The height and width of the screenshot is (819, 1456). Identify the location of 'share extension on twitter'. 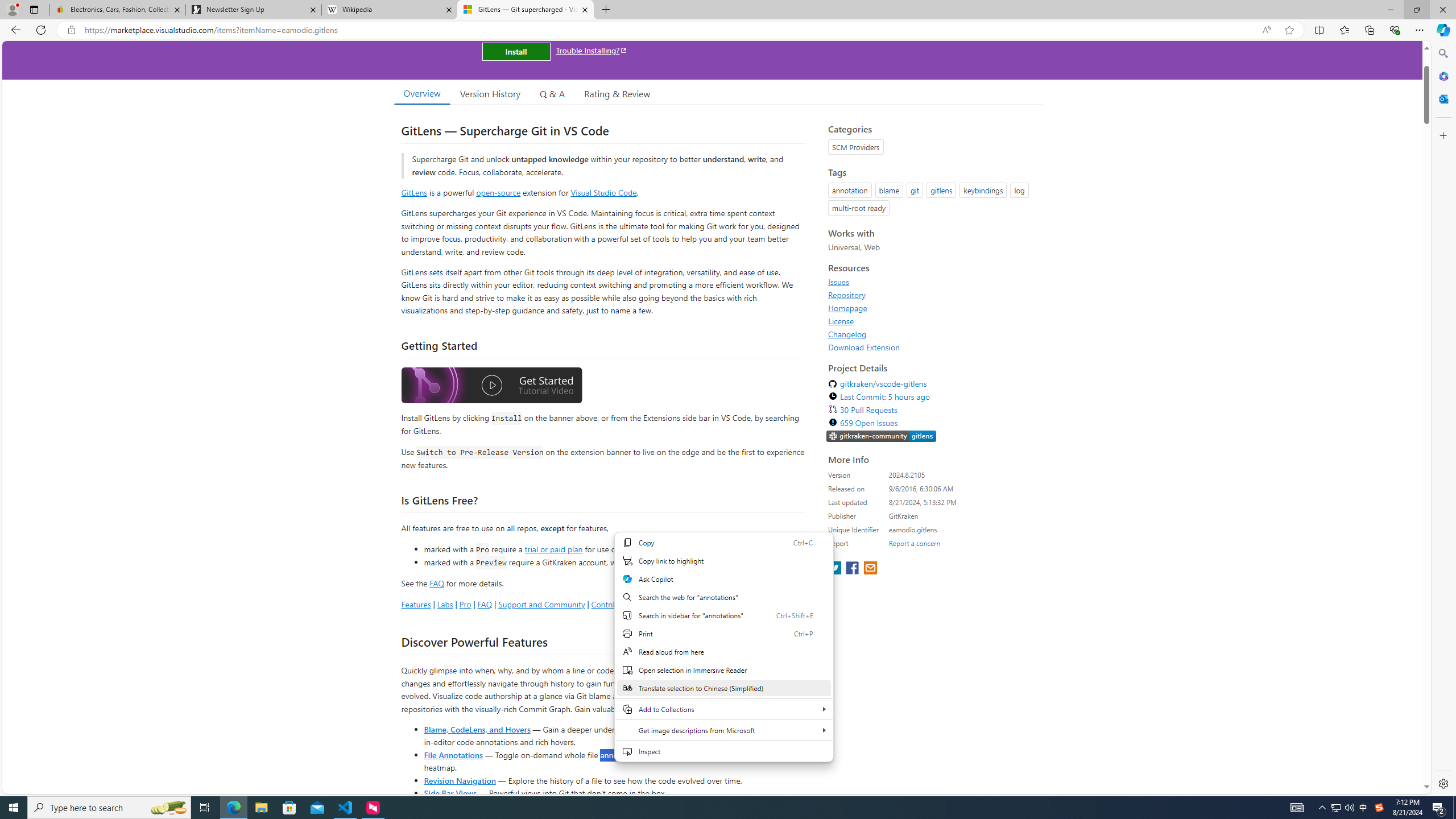
(835, 568).